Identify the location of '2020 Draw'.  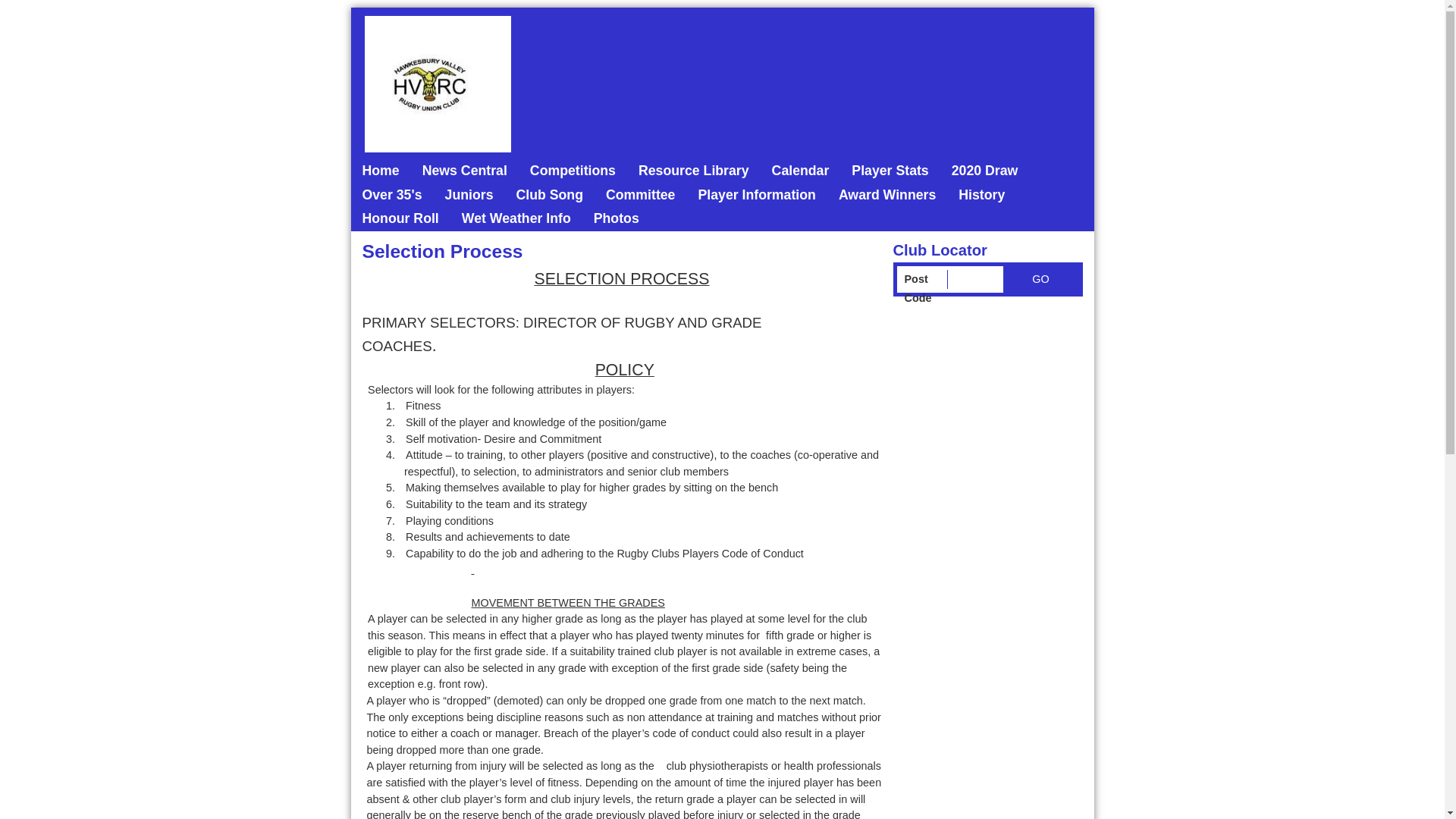
(939, 171).